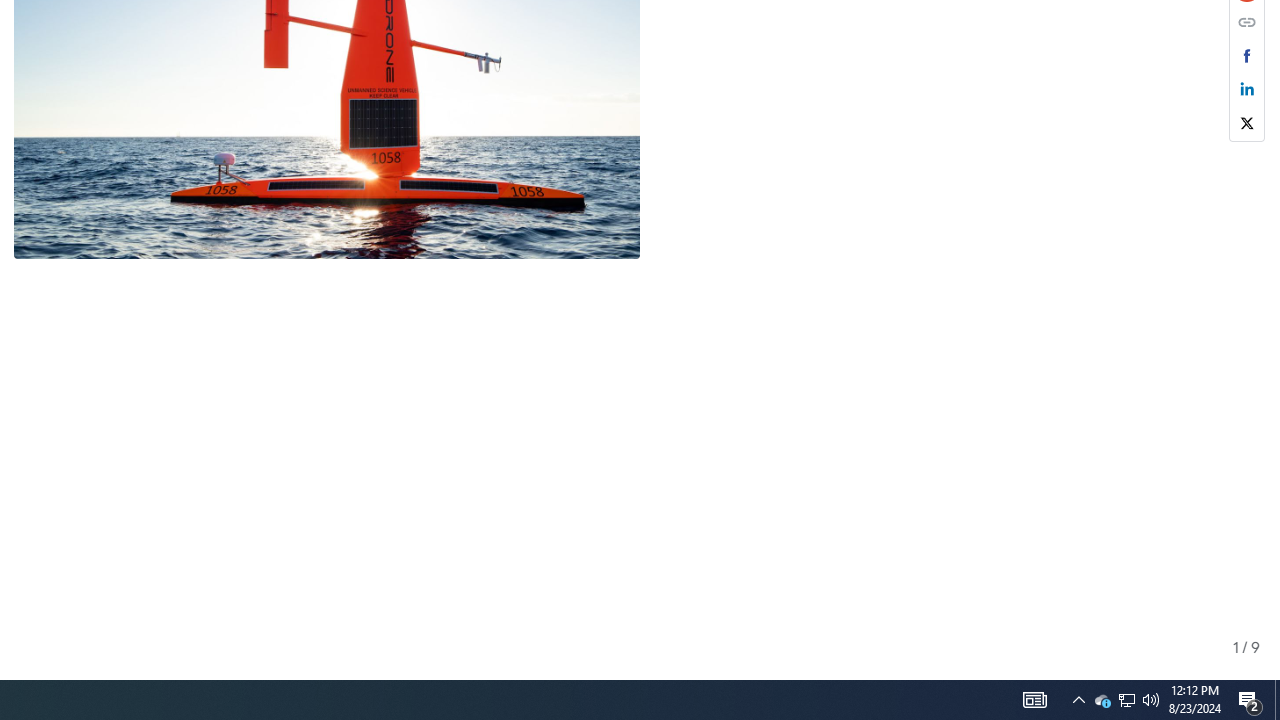 The width and height of the screenshot is (1280, 720). Describe the element at coordinates (1078, 698) in the screenshot. I see `'Notification Chevron'` at that location.